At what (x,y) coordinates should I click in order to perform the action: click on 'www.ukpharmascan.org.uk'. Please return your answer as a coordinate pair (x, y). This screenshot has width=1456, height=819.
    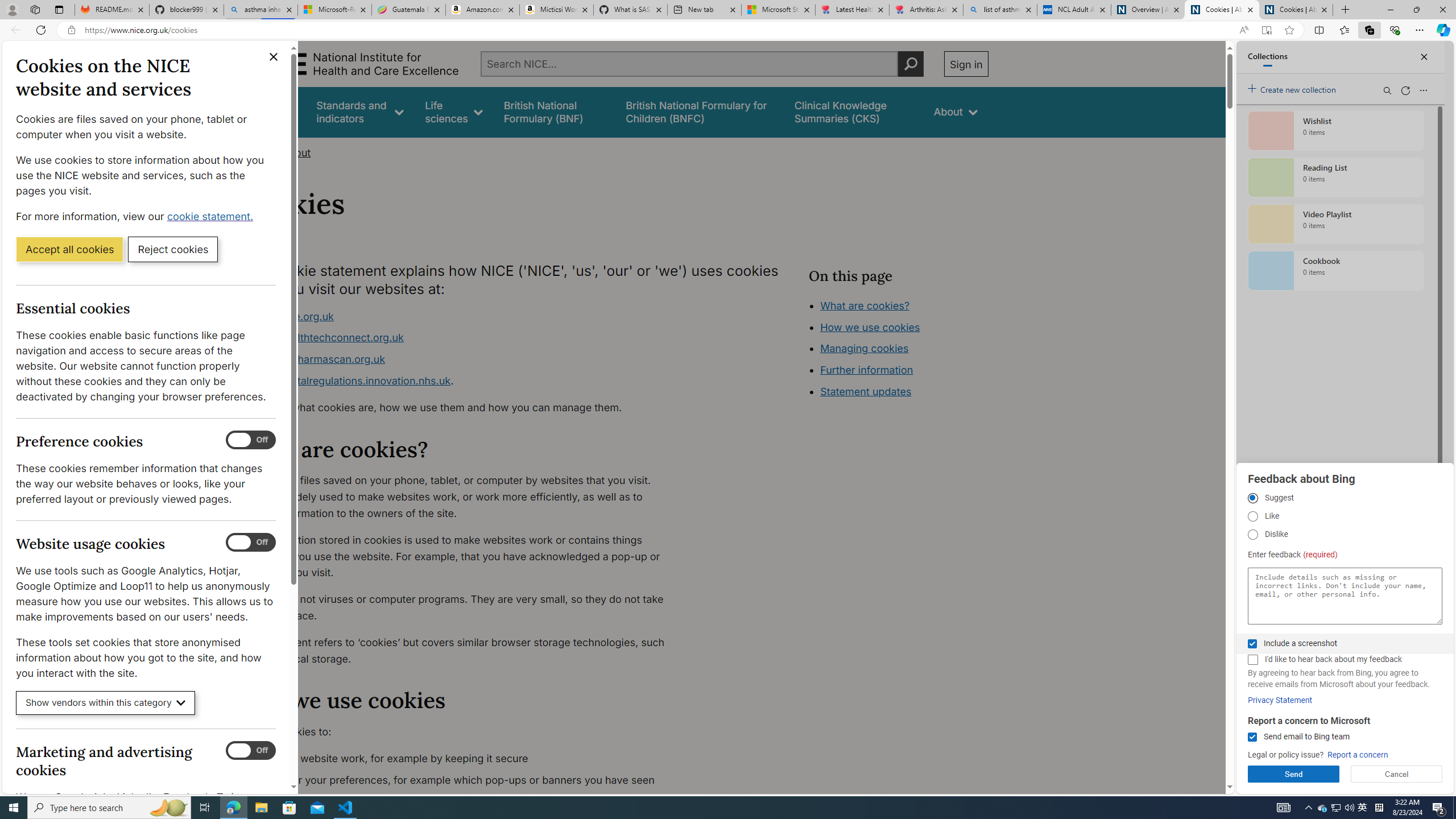
    Looking at the image, I should click on (318, 359).